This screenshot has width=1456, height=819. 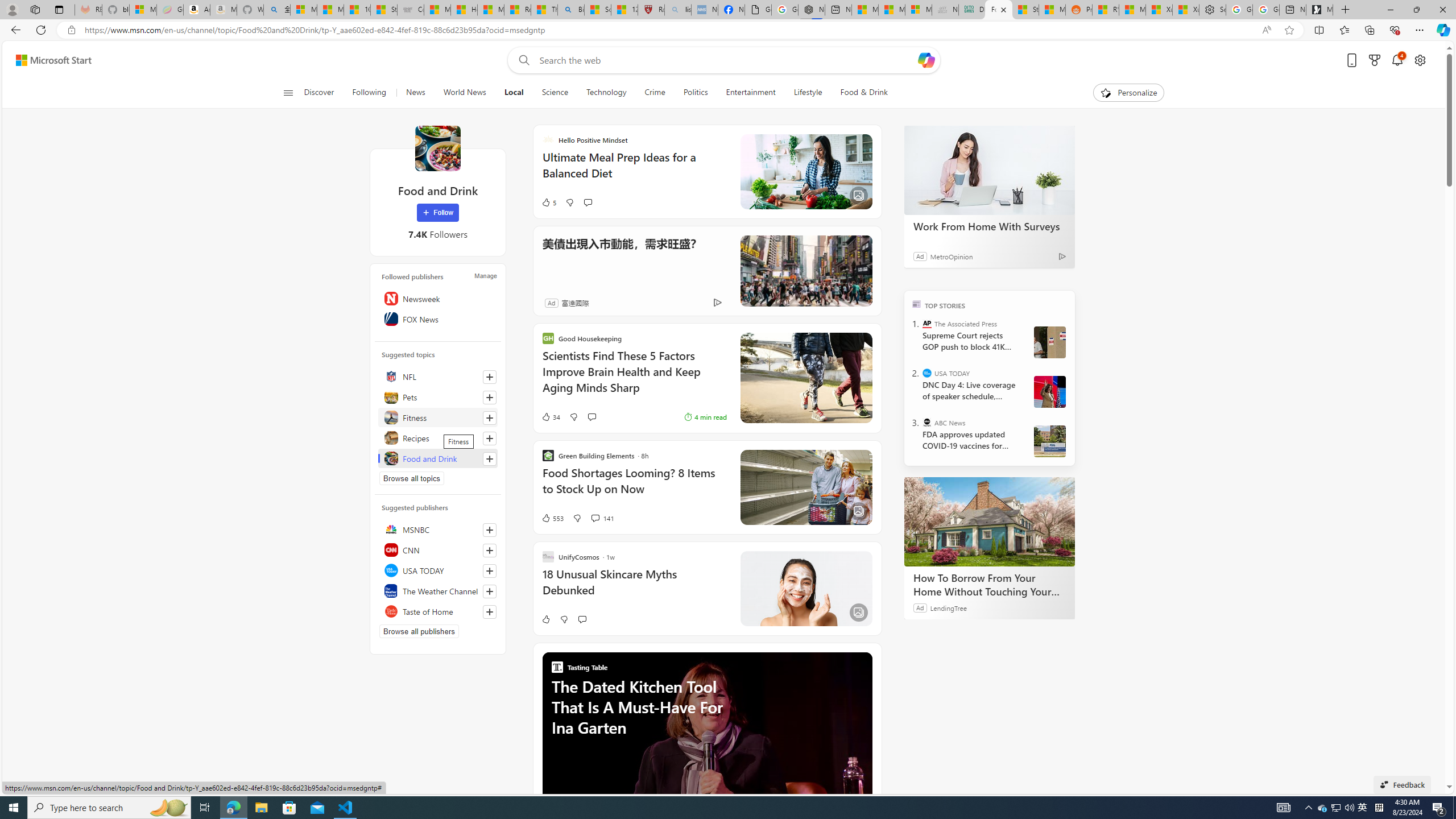 I want to click on 'To get missing image descriptions, open the context menu.', so click(x=1106, y=92).